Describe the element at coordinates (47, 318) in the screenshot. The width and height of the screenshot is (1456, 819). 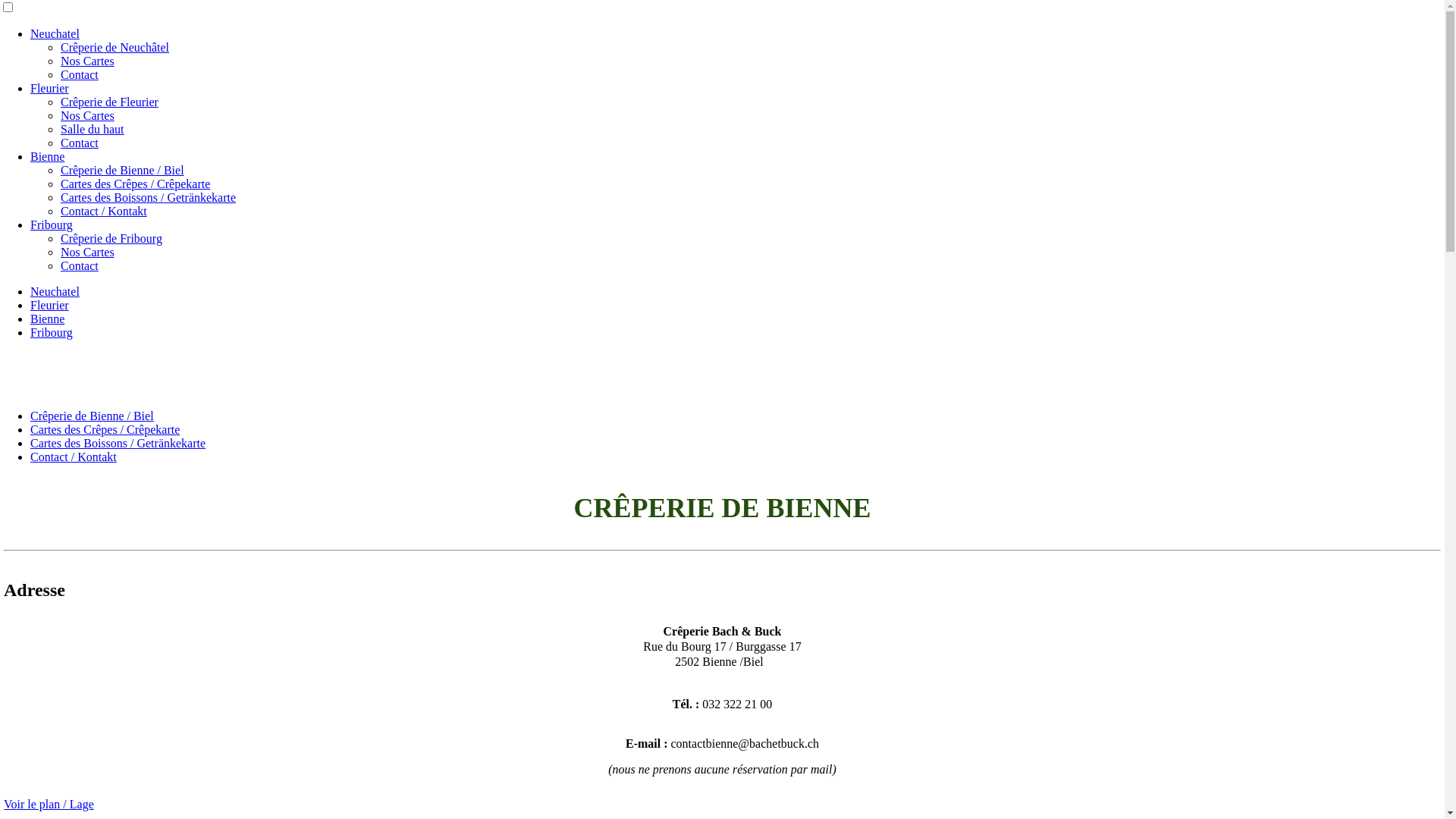
I see `'Bienne'` at that location.